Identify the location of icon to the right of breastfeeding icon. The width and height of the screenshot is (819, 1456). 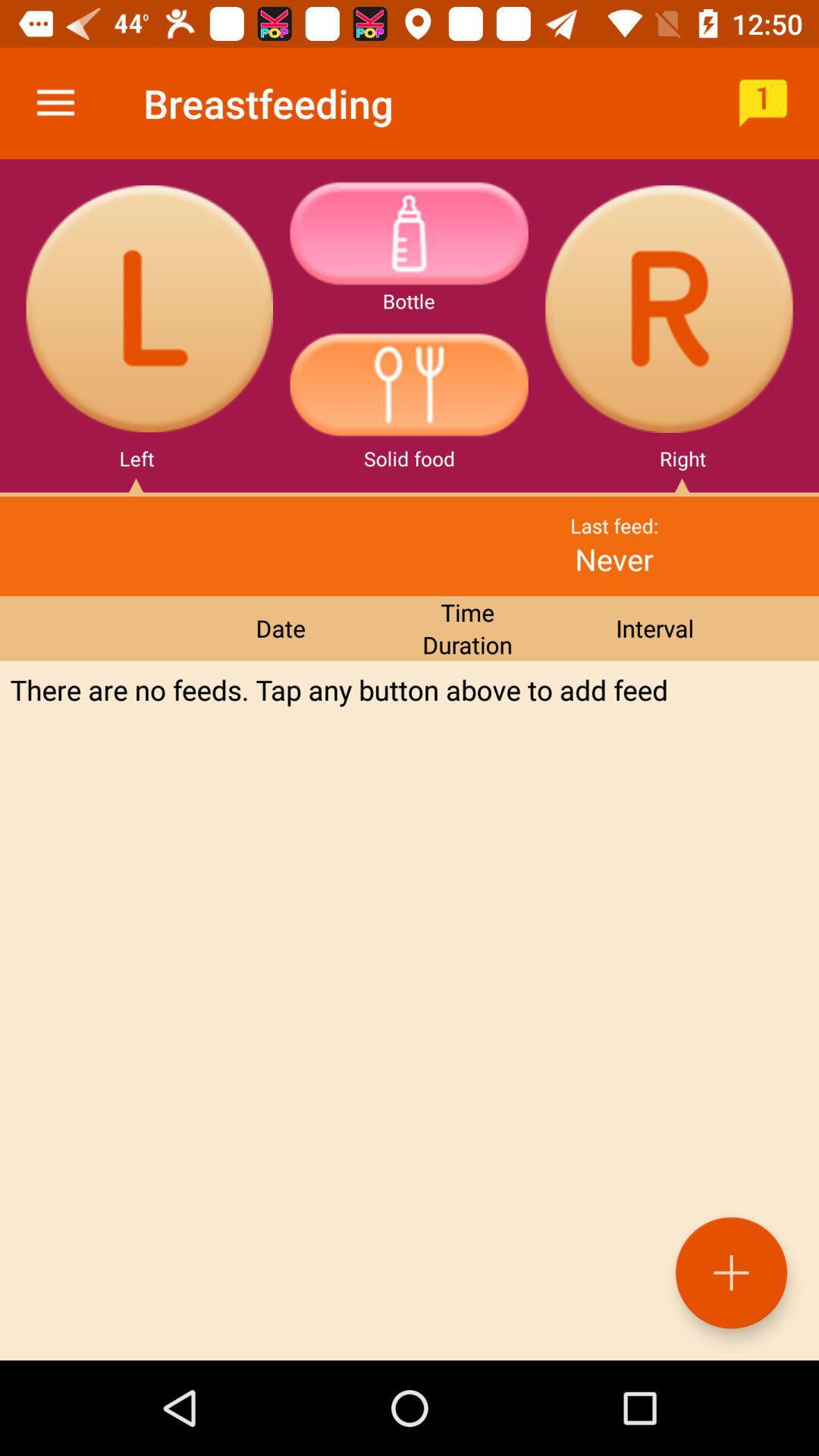
(763, 102).